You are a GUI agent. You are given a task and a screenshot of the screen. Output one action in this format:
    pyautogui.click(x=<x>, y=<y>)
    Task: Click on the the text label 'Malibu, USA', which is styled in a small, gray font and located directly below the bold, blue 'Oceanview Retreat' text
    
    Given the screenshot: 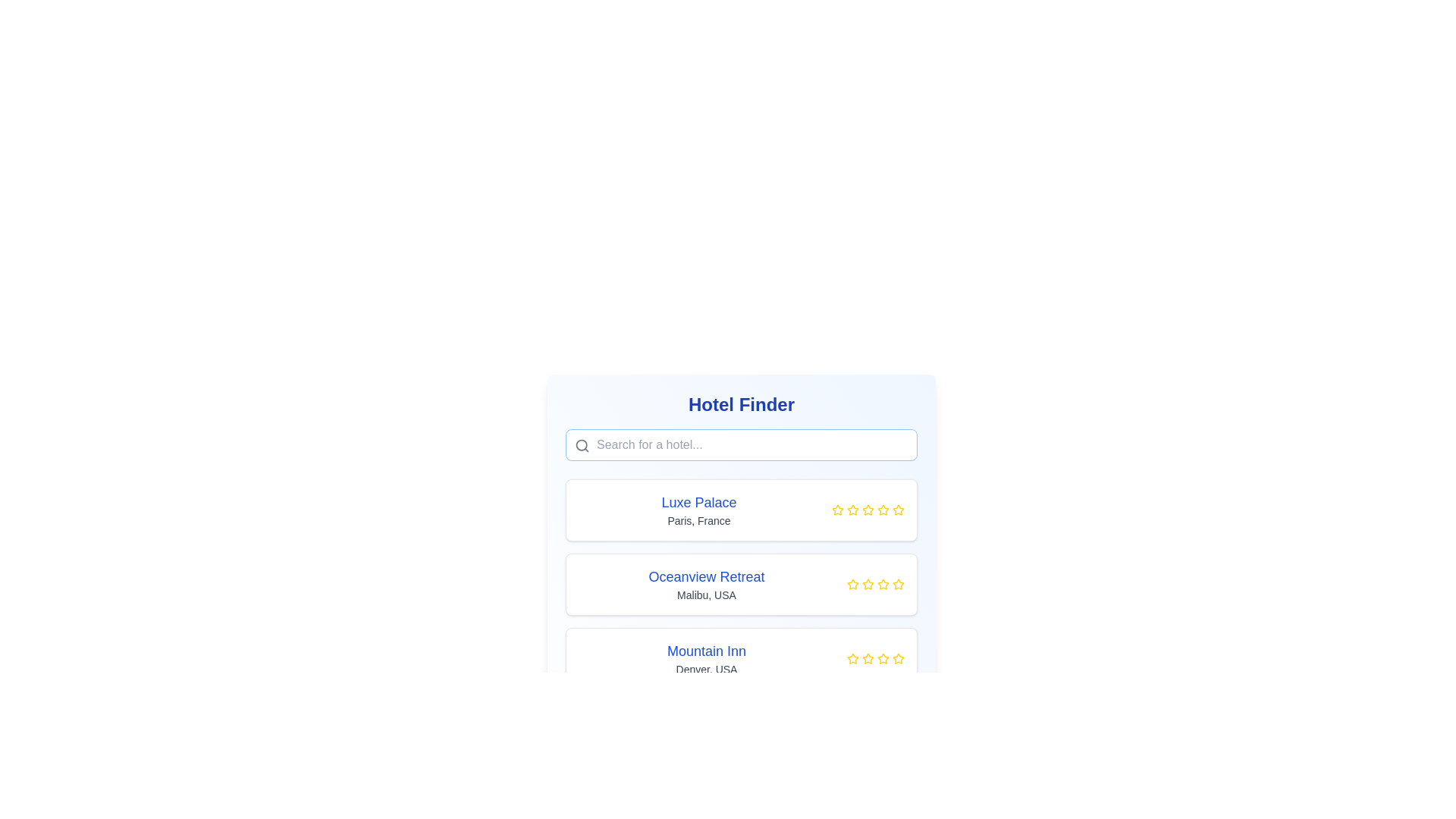 What is the action you would take?
    pyautogui.click(x=705, y=595)
    